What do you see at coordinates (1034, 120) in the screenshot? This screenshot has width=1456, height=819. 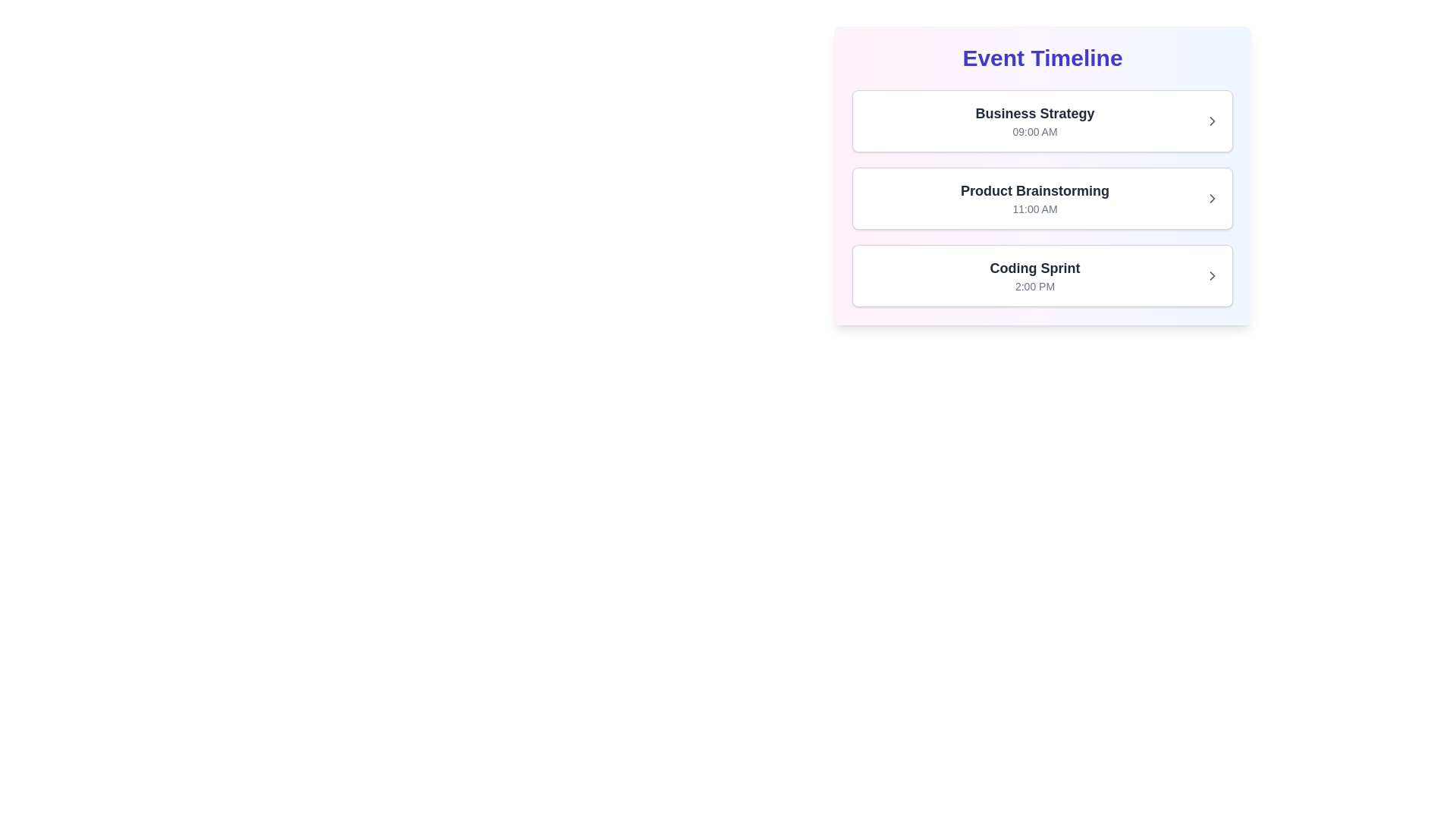 I see `the first list item in the 'Event Timeline'` at bounding box center [1034, 120].